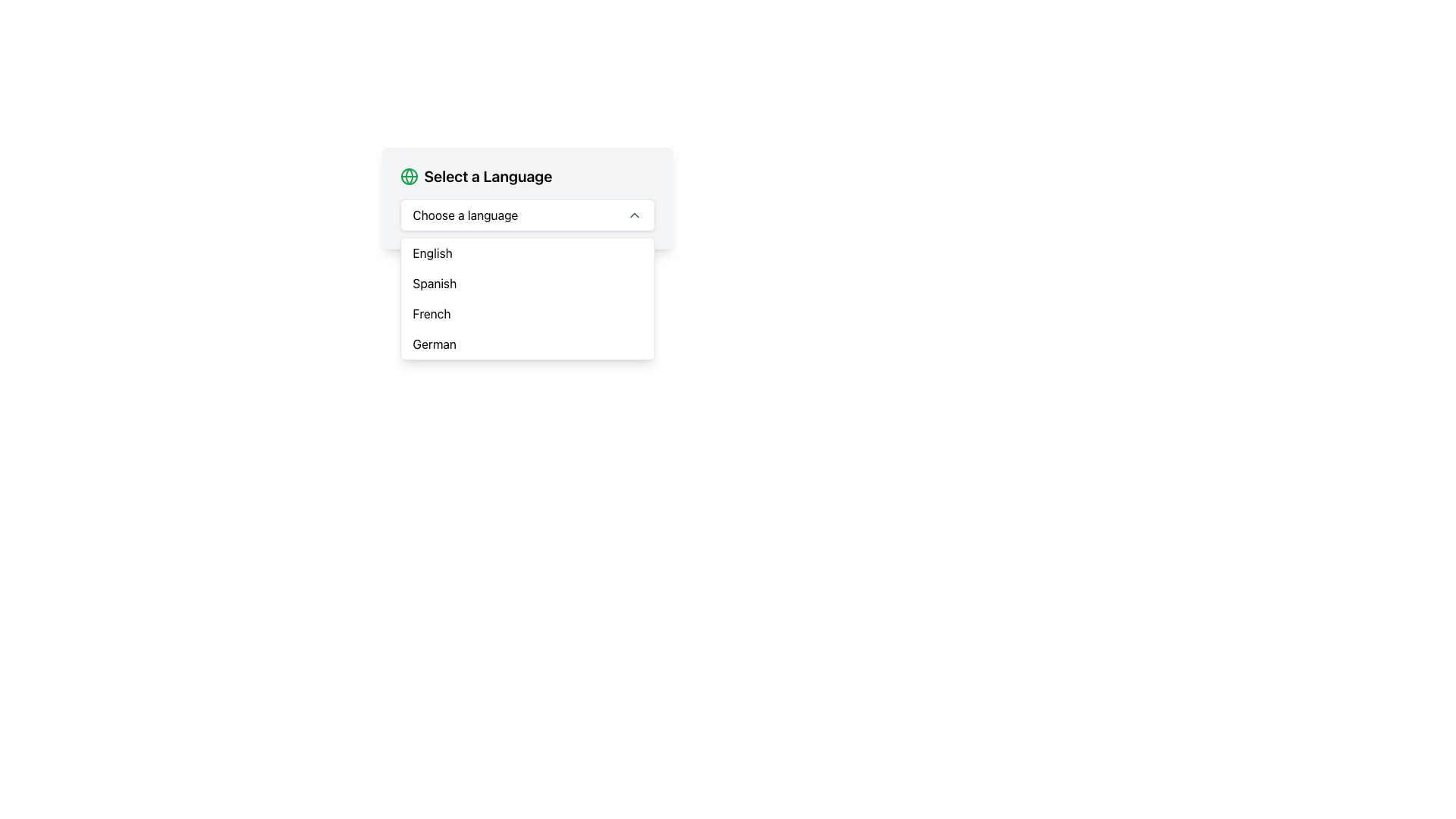 The image size is (1456, 819). I want to click on the dropdown list item labeled 'English', so click(431, 253).